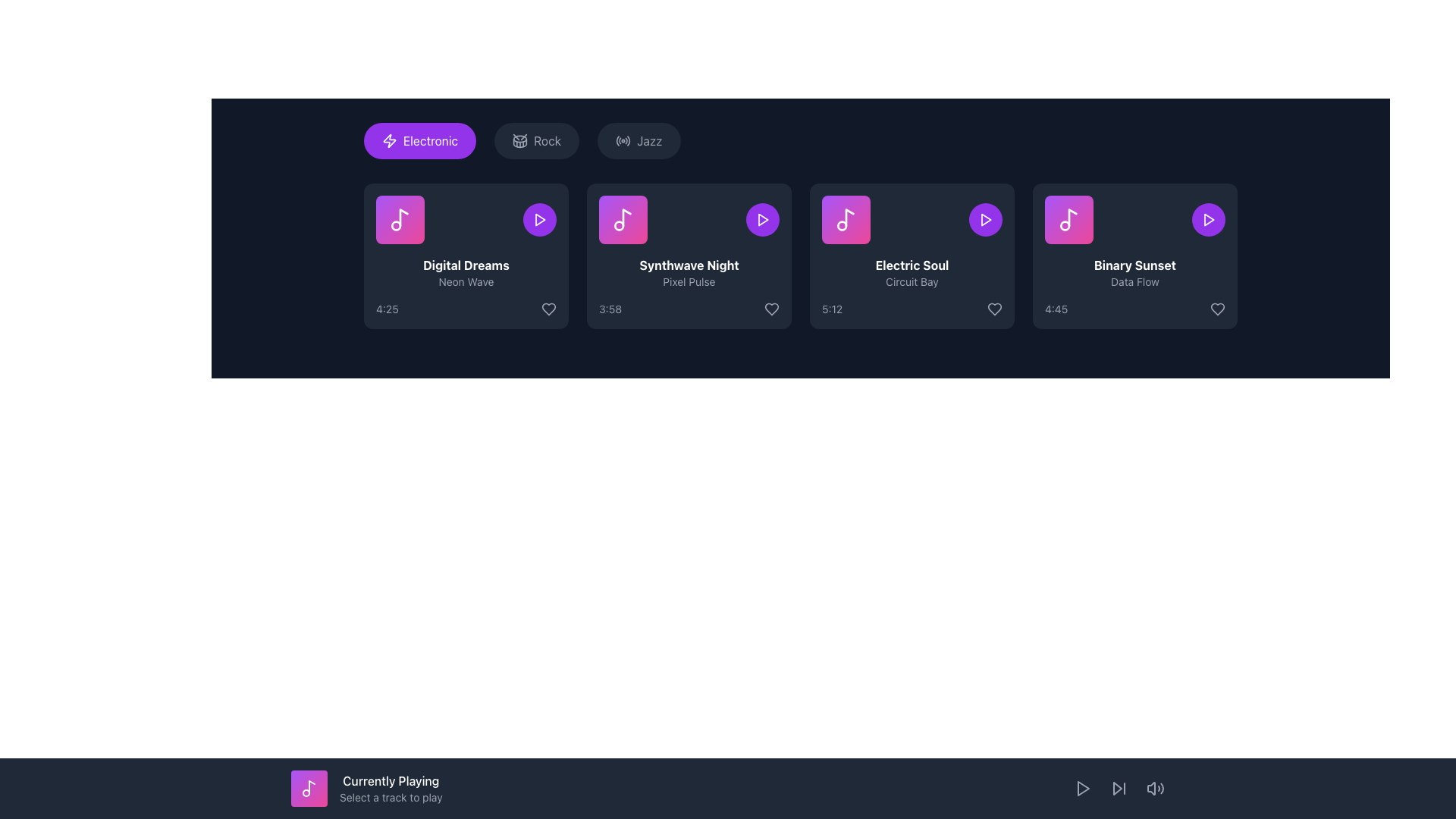  What do you see at coordinates (1056, 309) in the screenshot?
I see `the text label displaying the duration '4:45' in a small gray font located under the title 'Binary Sunset' on the music item card` at bounding box center [1056, 309].